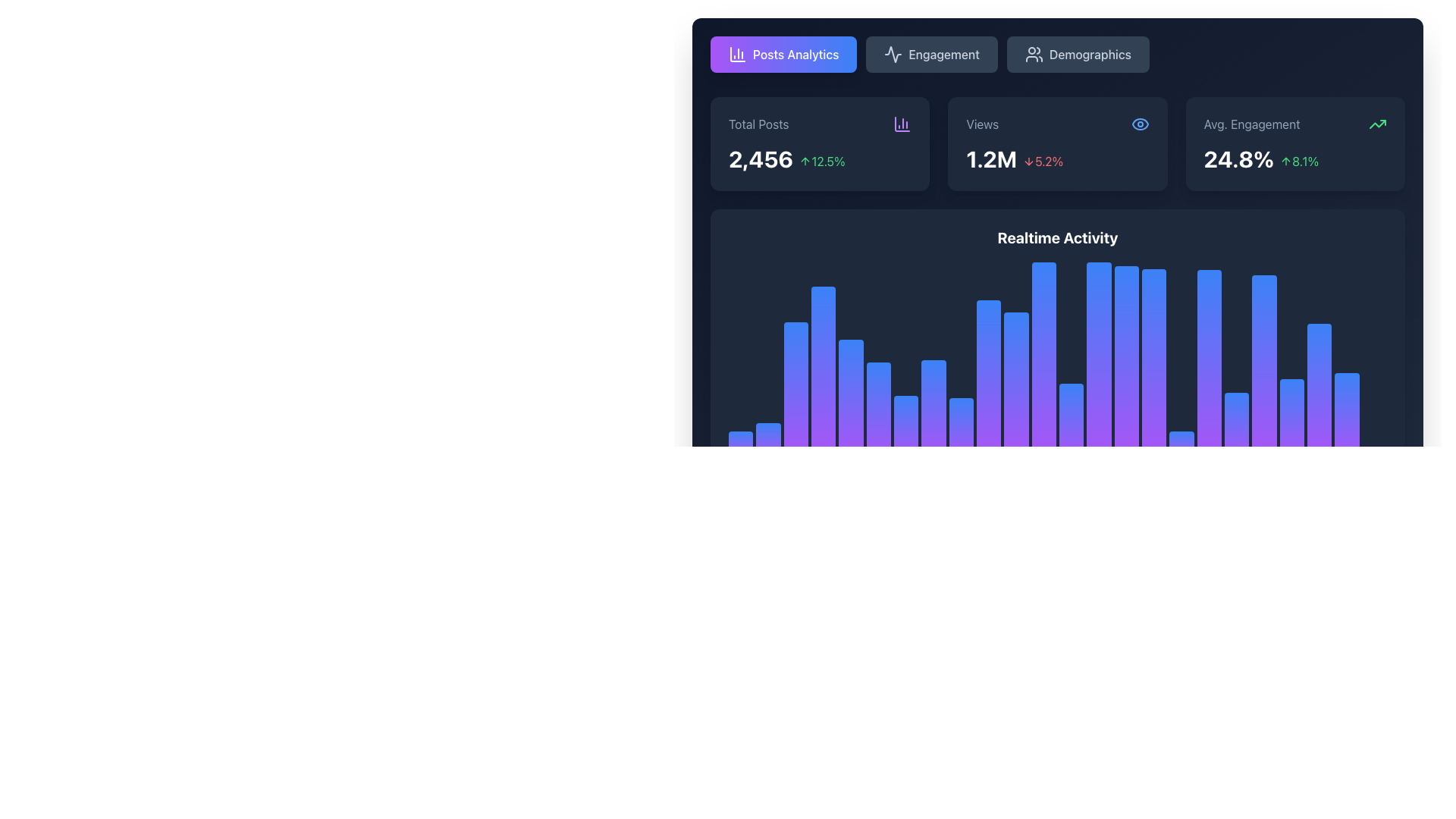 The width and height of the screenshot is (1456, 819). I want to click on the text label that identifies the metric for views in the analytics card, located above the '1.2M' value and to the left of the eye icon, so click(982, 124).